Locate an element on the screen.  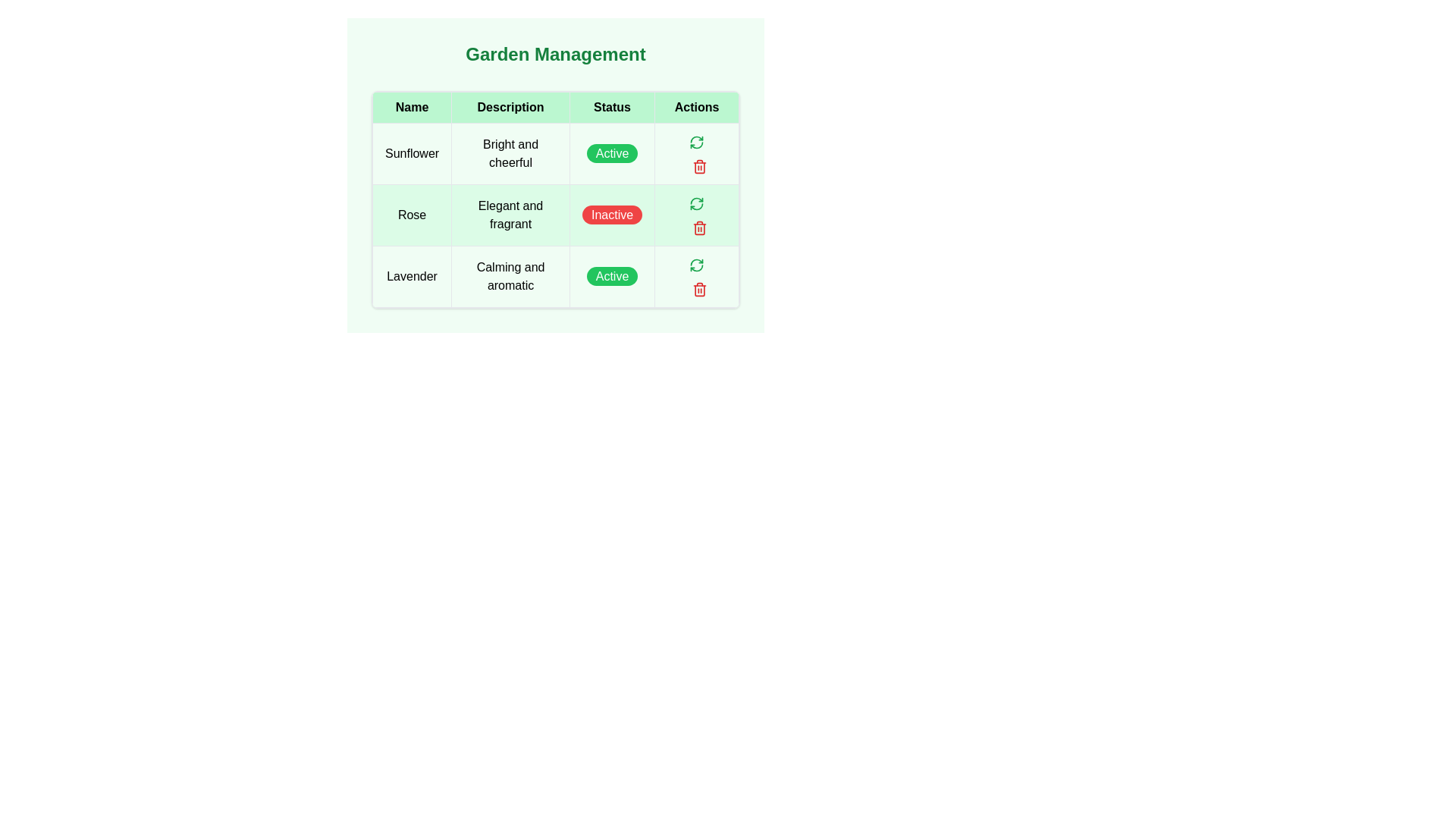
the rounded rectangular button with a red background and white text that reads 'Inactive' in the 'Status' column of the second row in the 'Garden Management' table is located at coordinates (612, 215).